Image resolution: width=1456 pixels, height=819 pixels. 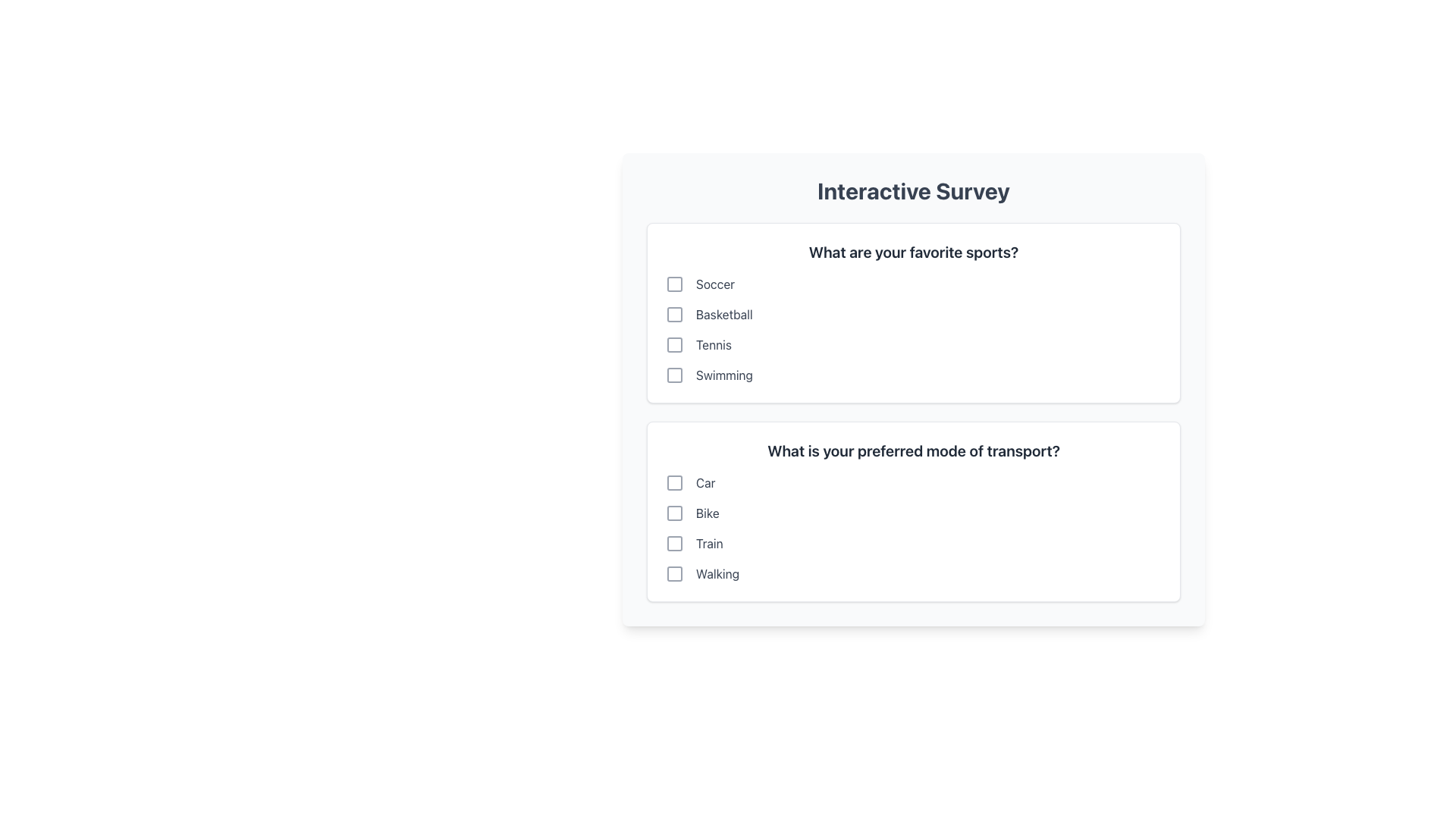 What do you see at coordinates (704, 482) in the screenshot?
I see `the 'Car' text label which is the first option in the survey question about preferred transport, located immediately to the right of the checkbox` at bounding box center [704, 482].